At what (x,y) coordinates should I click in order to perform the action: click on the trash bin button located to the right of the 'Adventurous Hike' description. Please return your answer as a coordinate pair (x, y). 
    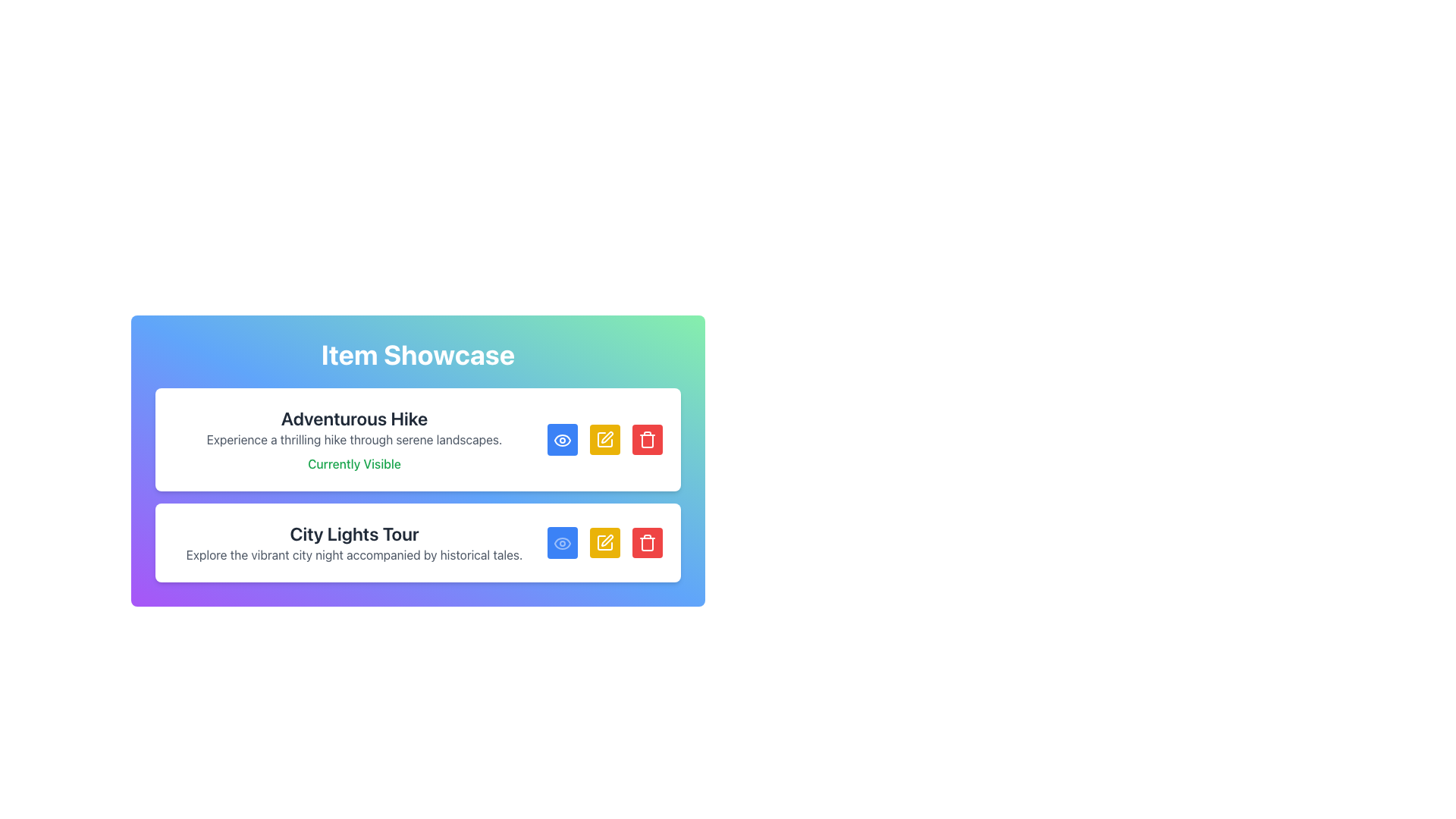
    Looking at the image, I should click on (648, 439).